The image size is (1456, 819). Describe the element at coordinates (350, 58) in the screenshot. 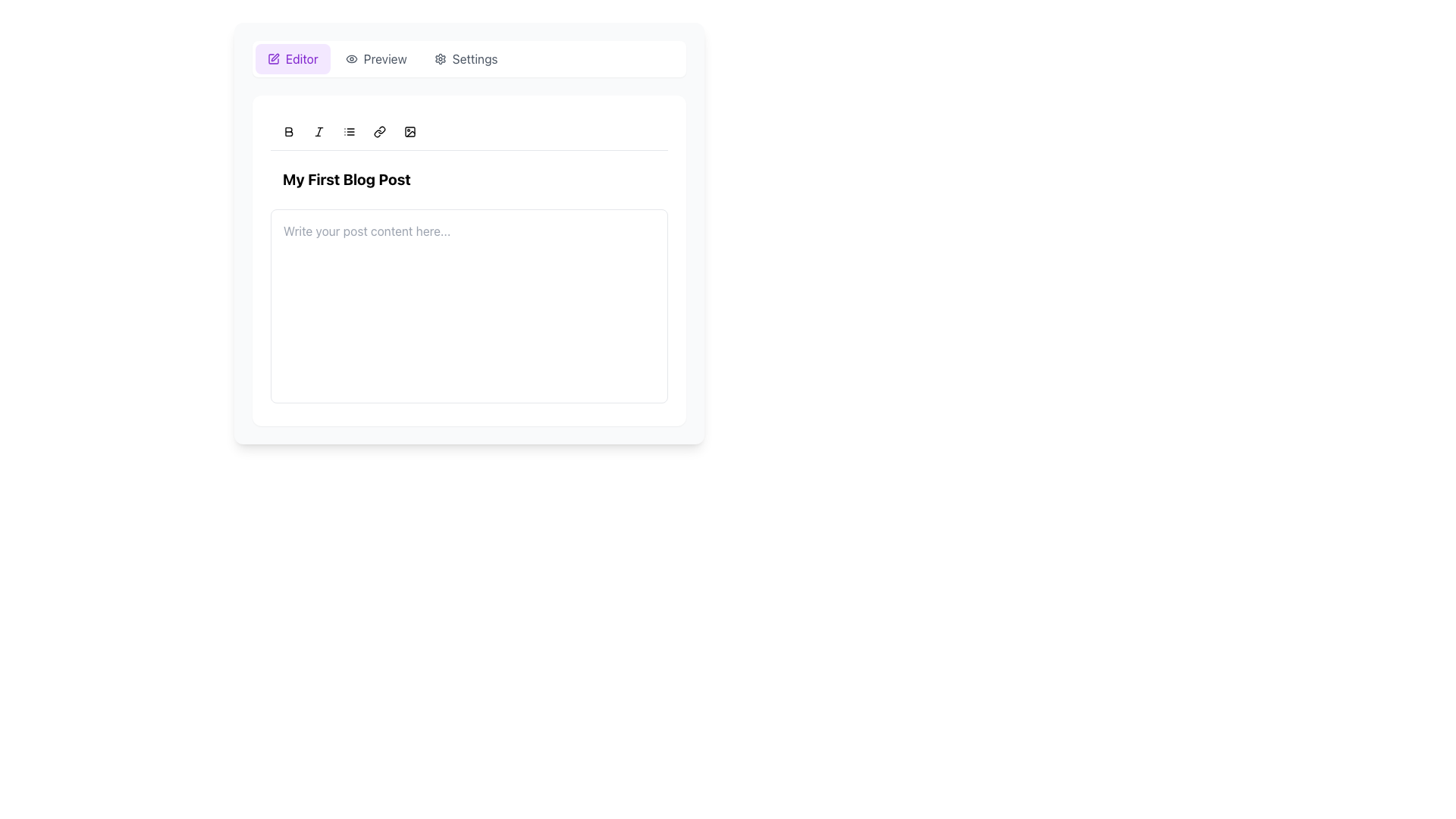

I see `the preview icon located to the left of the 'Preview' label in the toolbar at the top of the page` at that location.